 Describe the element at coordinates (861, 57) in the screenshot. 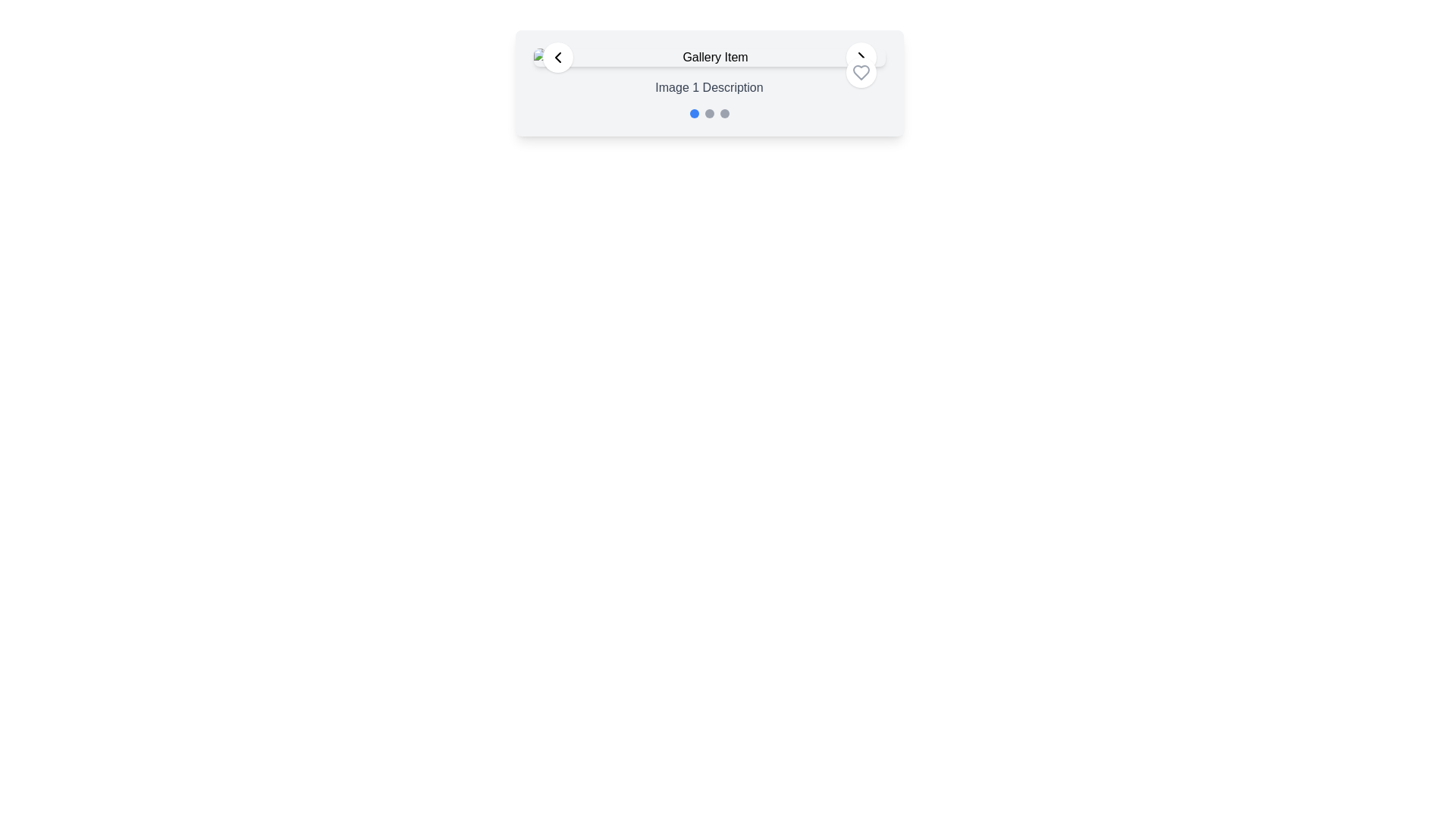

I see `the 'Next' button located at the top-right corner of the gallery item` at that location.